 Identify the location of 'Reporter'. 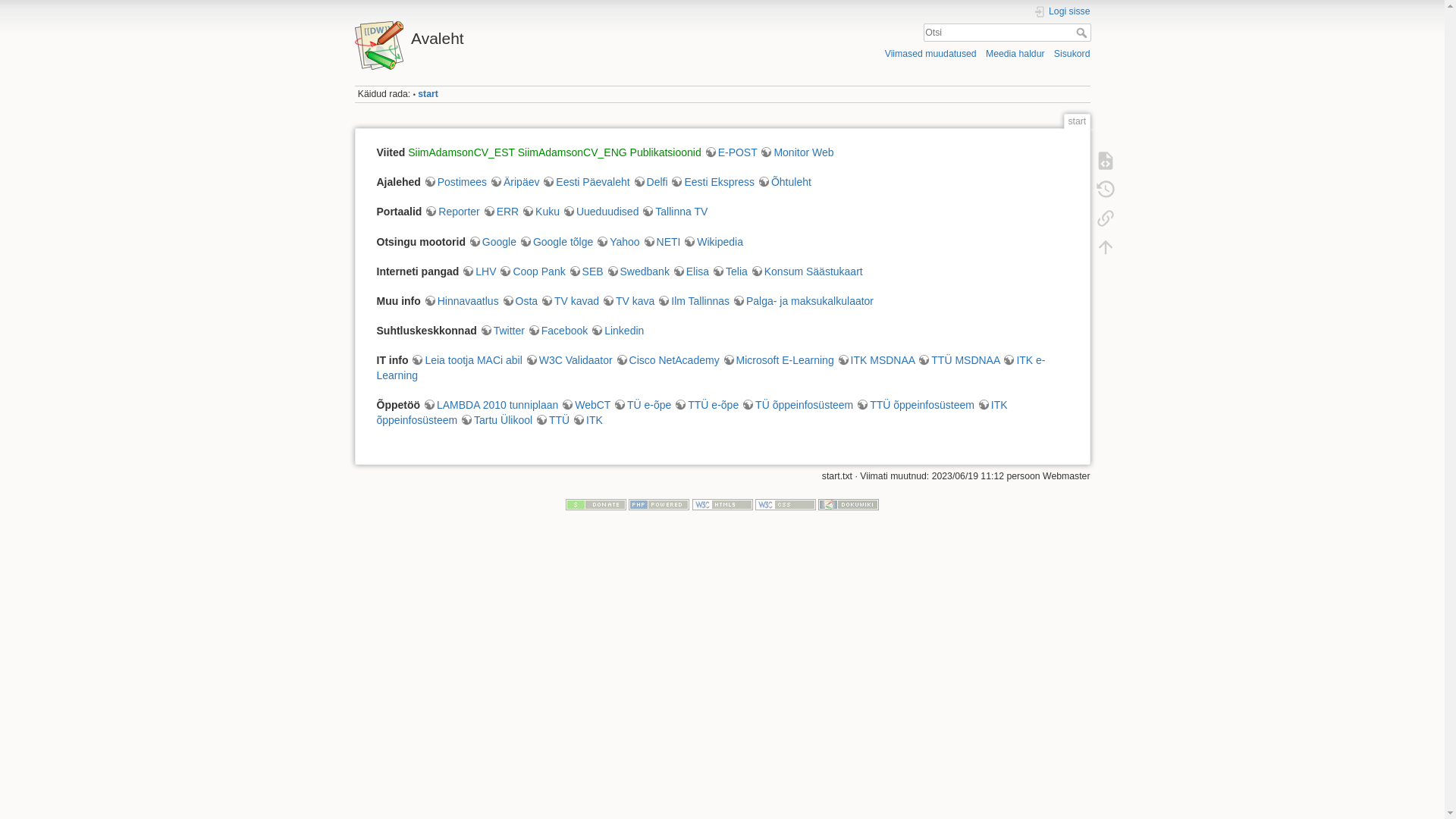
(450, 211).